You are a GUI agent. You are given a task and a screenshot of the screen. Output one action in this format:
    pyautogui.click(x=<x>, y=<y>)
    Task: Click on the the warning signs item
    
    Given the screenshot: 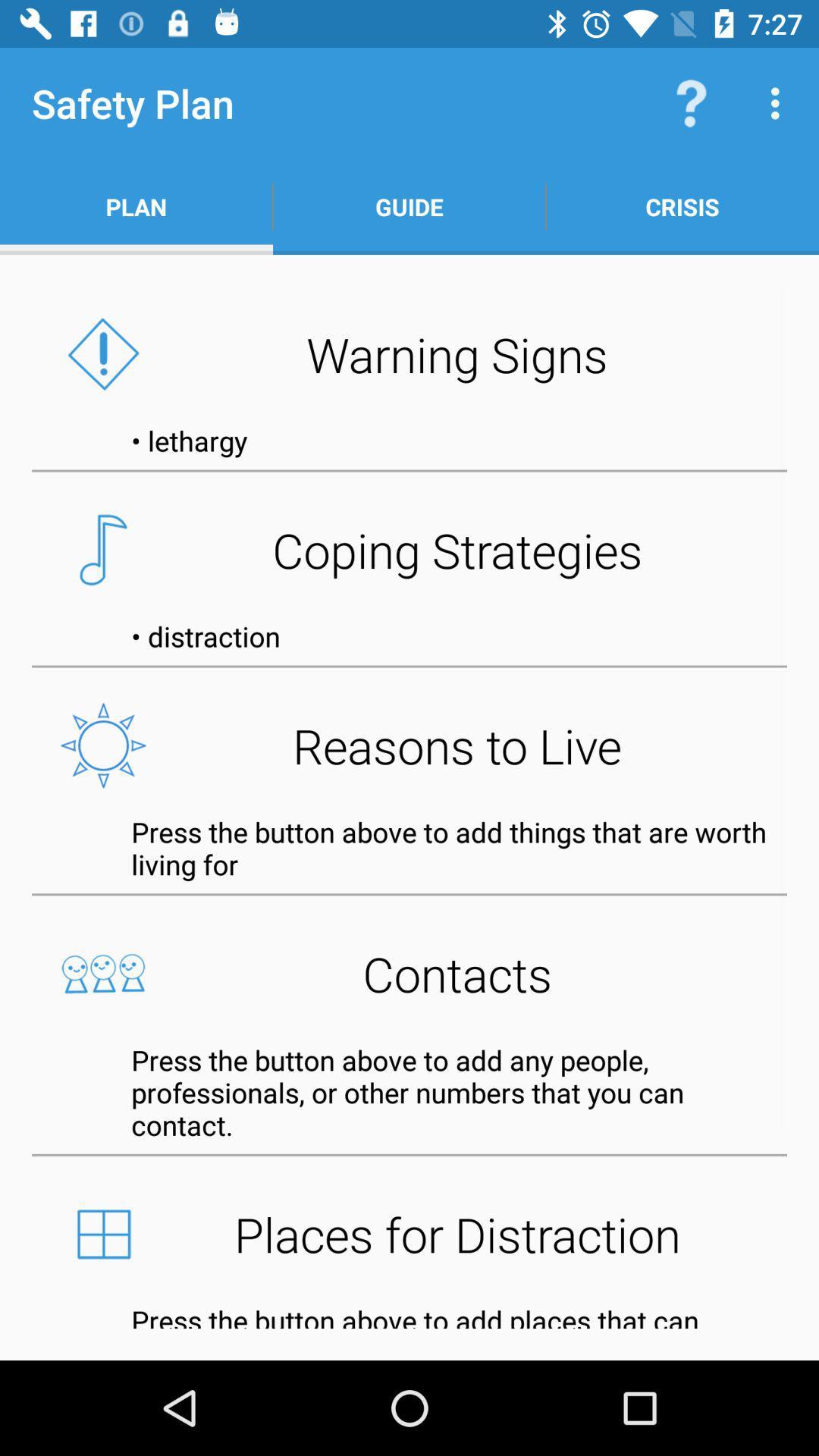 What is the action you would take?
    pyautogui.click(x=409, y=353)
    